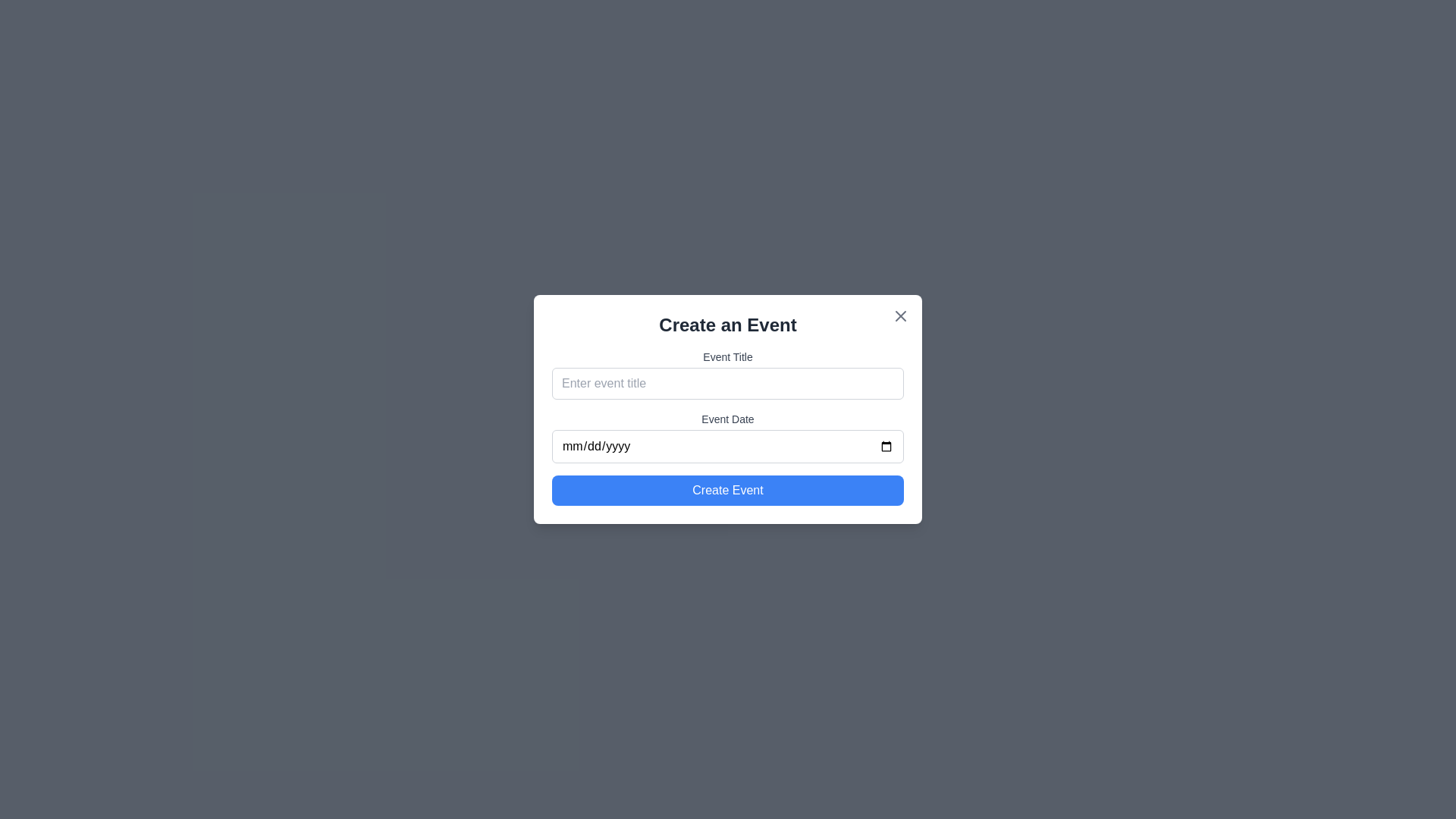 The height and width of the screenshot is (819, 1456). What do you see at coordinates (728, 374) in the screenshot?
I see `the input box labeled 'Event Title' to focus on it for user input` at bounding box center [728, 374].